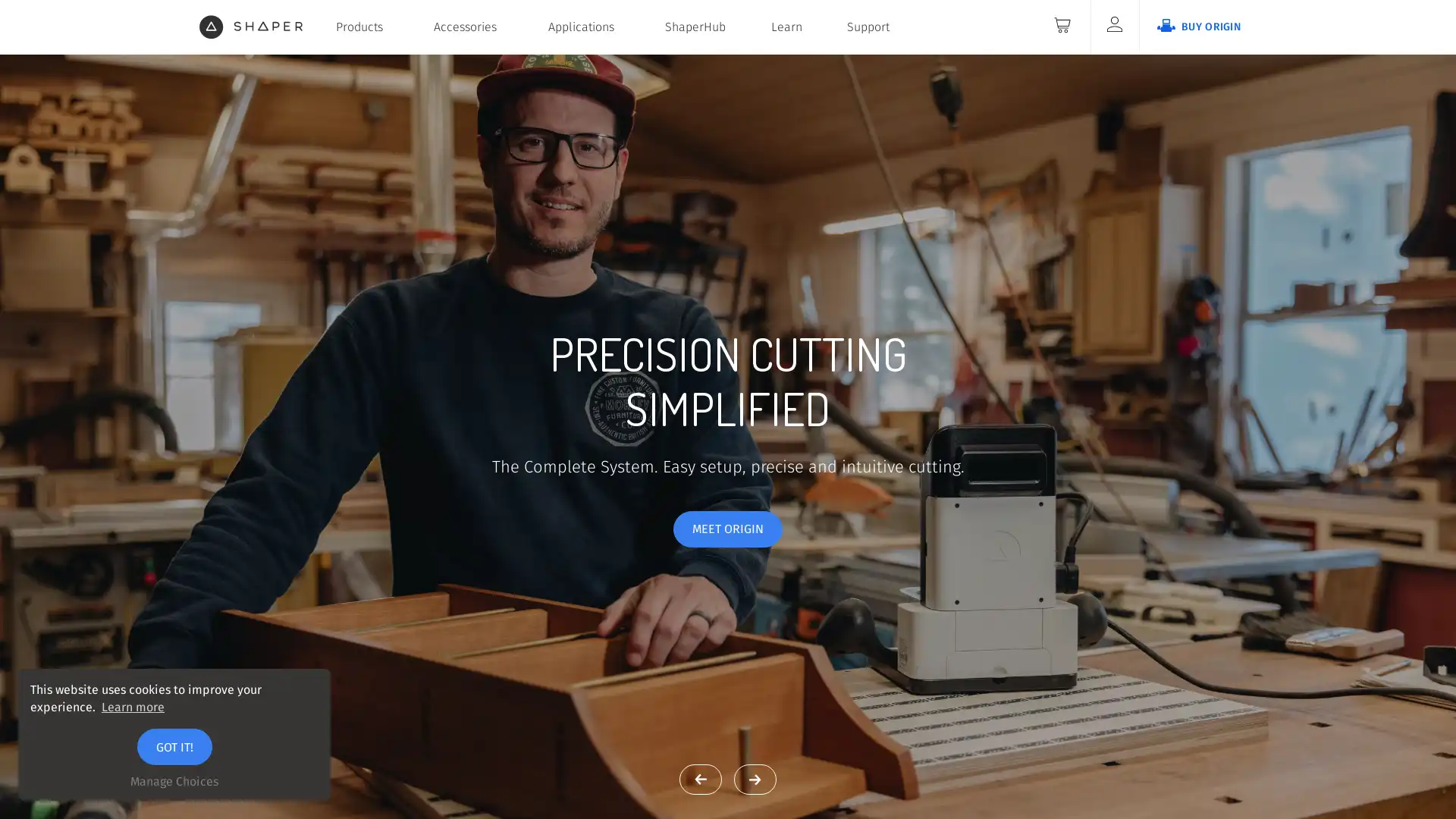  What do you see at coordinates (174, 781) in the screenshot?
I see `Manage Choices` at bounding box center [174, 781].